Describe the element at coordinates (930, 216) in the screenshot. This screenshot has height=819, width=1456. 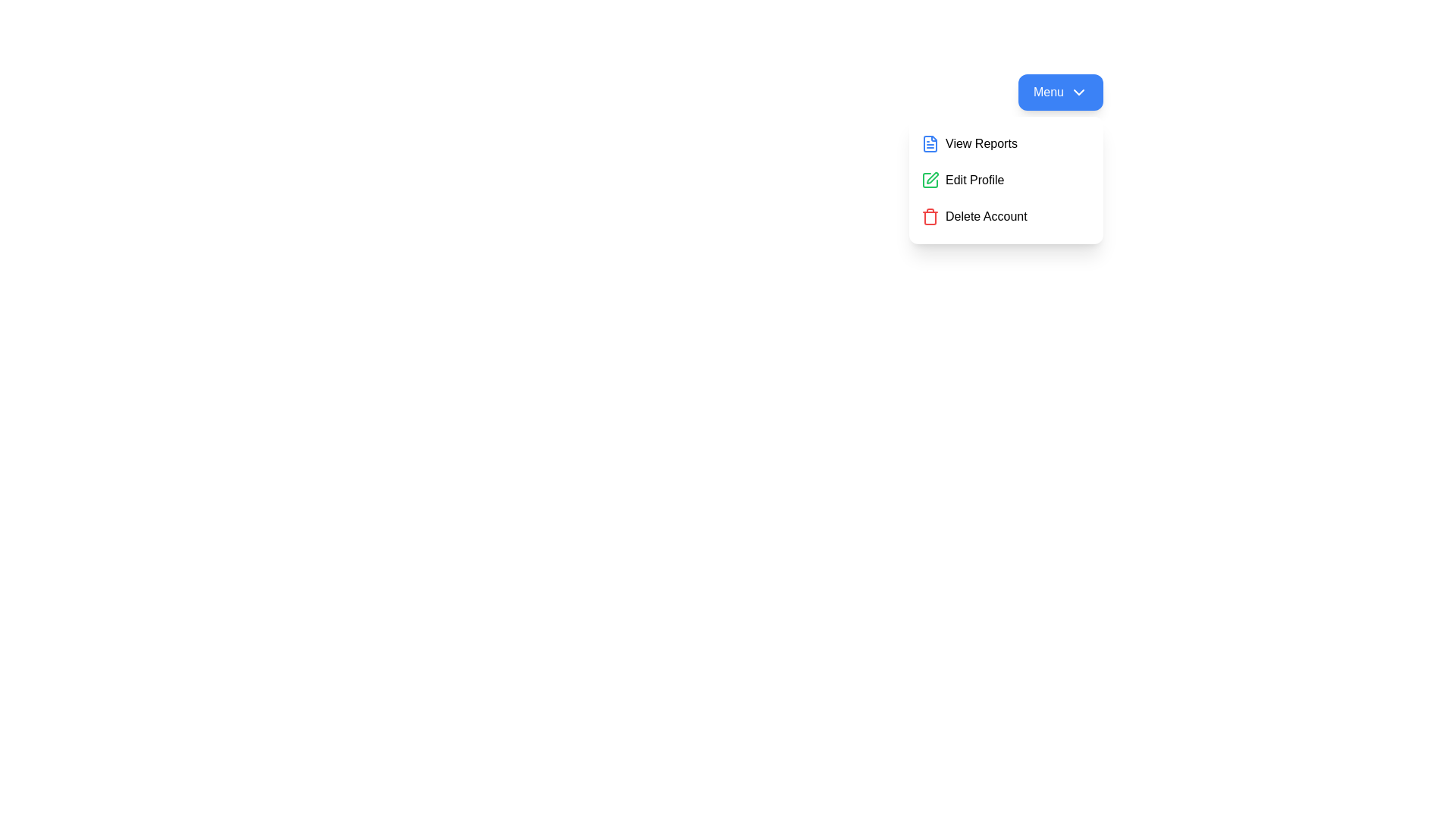
I see `the icon corresponding to the menu option Delete Account` at that location.